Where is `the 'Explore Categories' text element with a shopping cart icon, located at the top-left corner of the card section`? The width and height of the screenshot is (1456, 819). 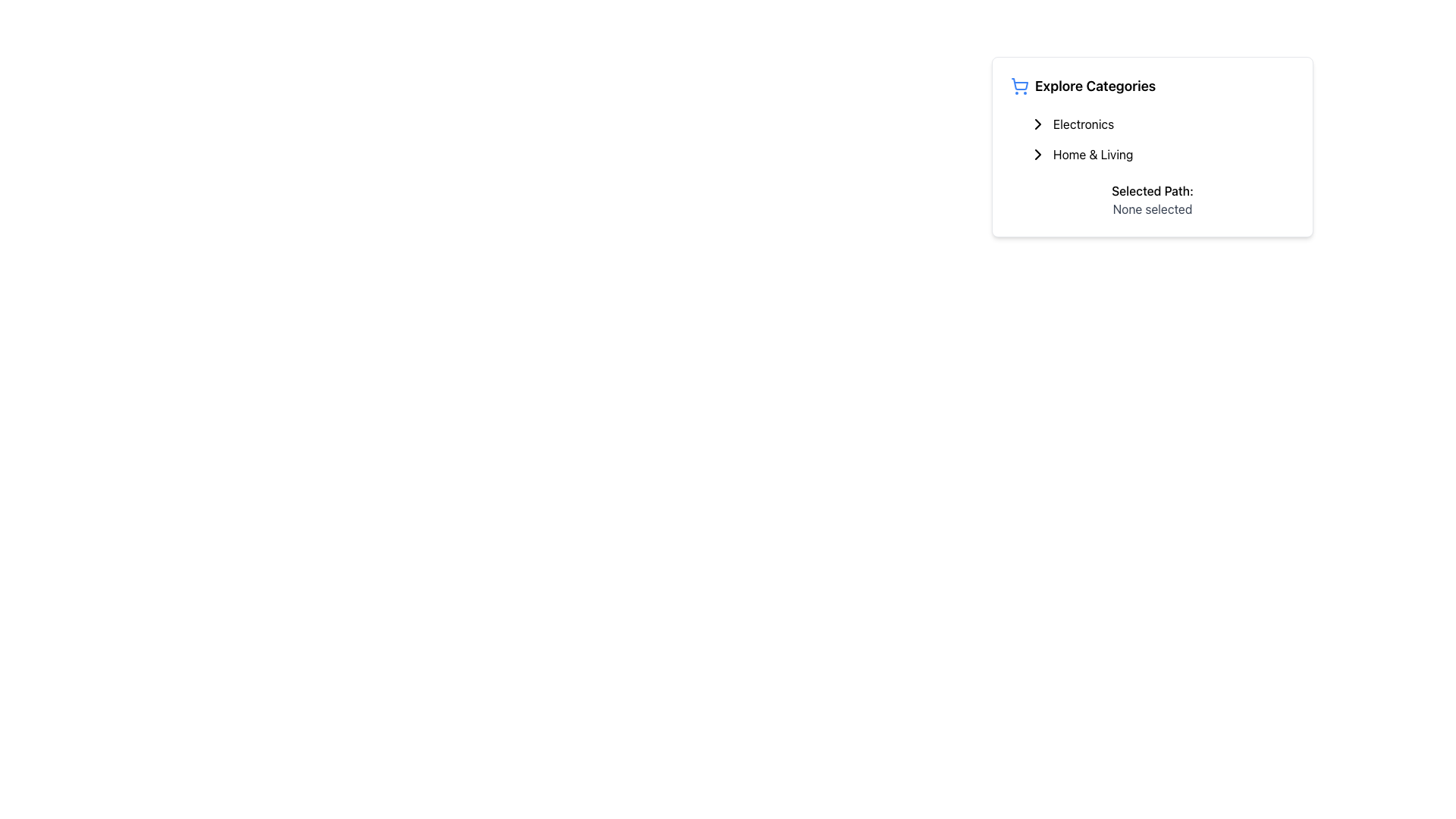
the 'Explore Categories' text element with a shopping cart icon, located at the top-left corner of the card section is located at coordinates (1153, 86).